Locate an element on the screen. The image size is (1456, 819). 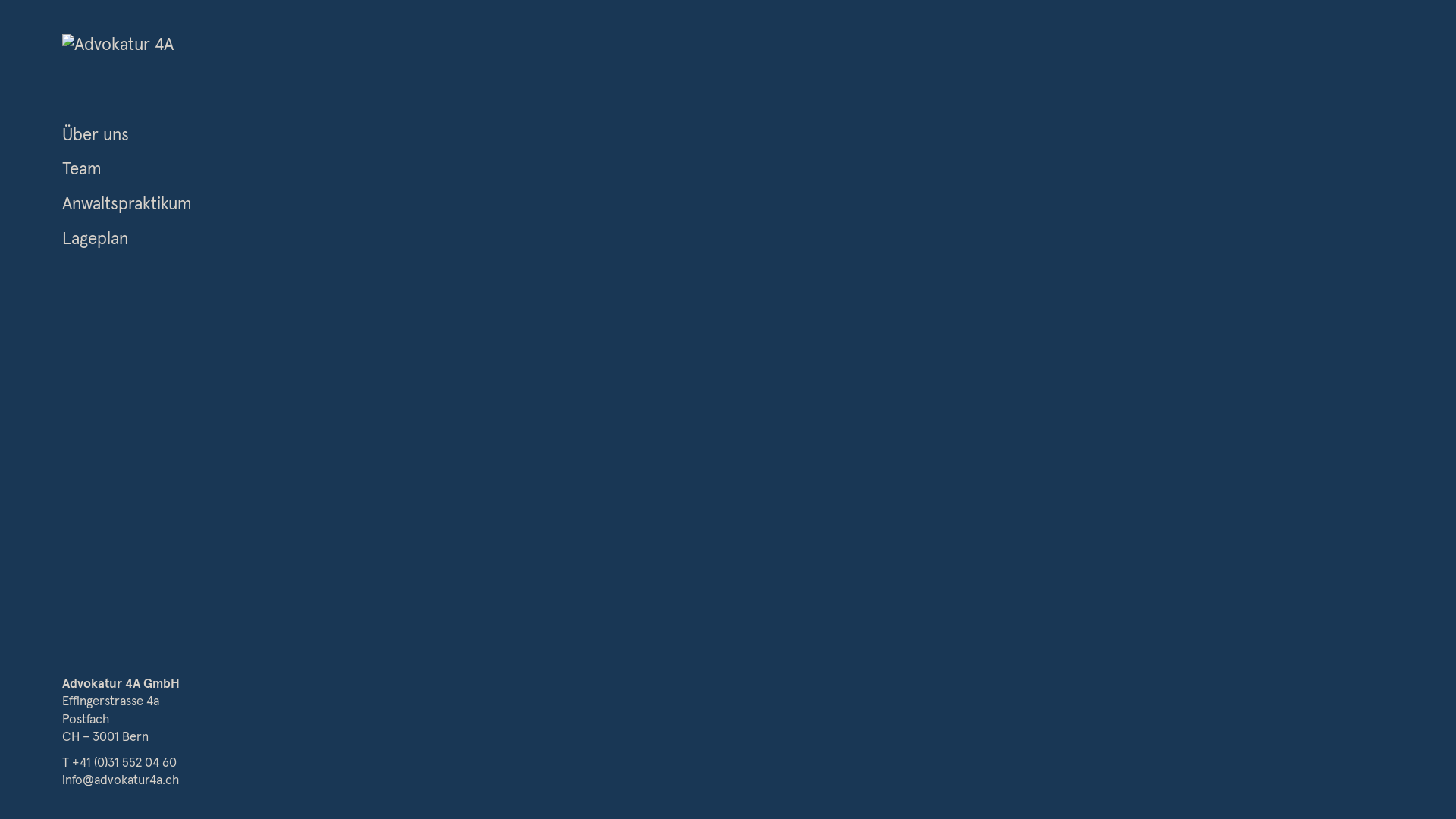
'info@advokatur4a.ch' is located at coordinates (61, 780).